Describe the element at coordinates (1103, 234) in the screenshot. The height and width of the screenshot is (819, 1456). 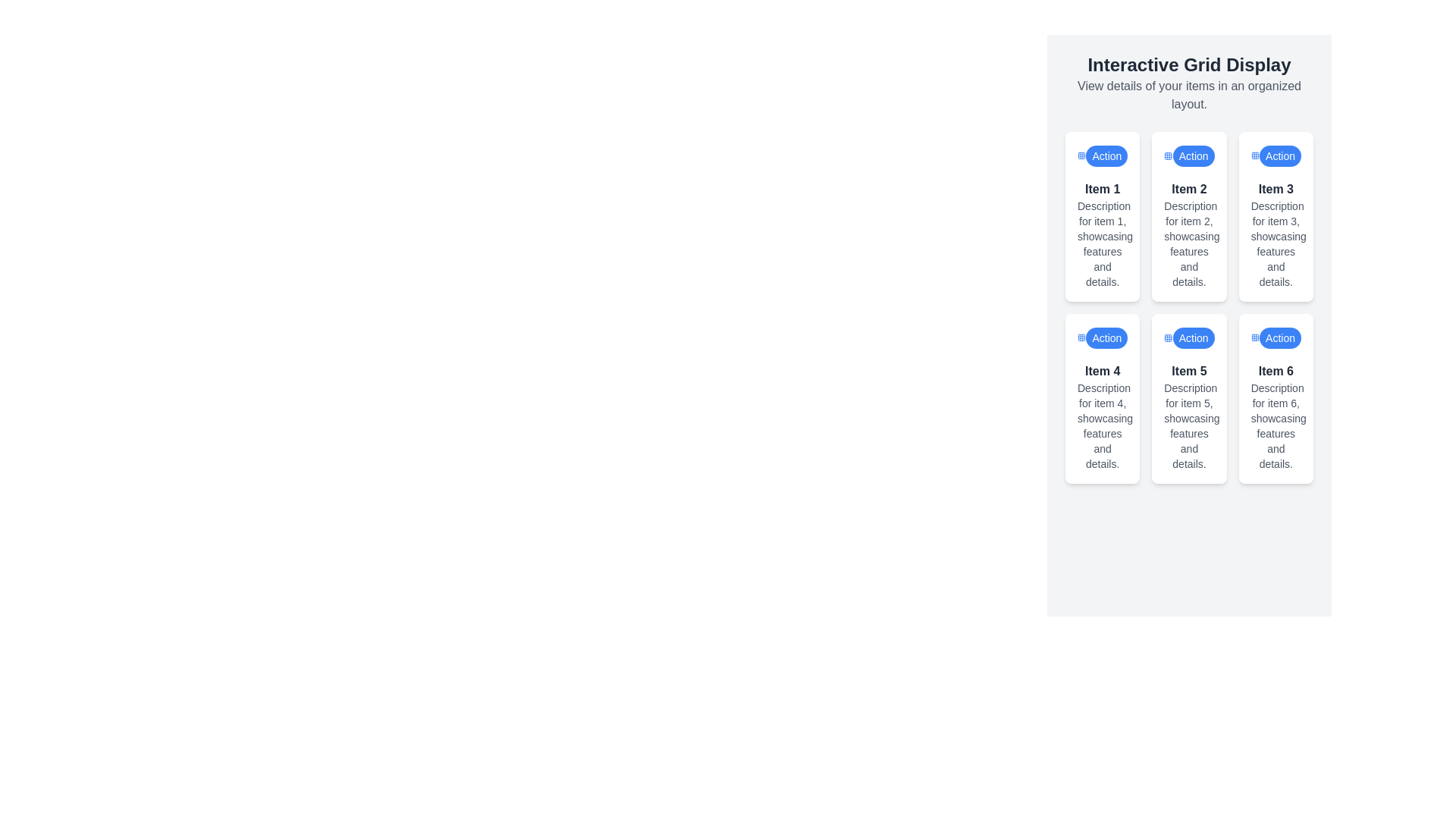
I see `text displayed in the TextBlock located in the first column of the grid layout, positioned below the 'Action' button and above other similar card entries` at that location.